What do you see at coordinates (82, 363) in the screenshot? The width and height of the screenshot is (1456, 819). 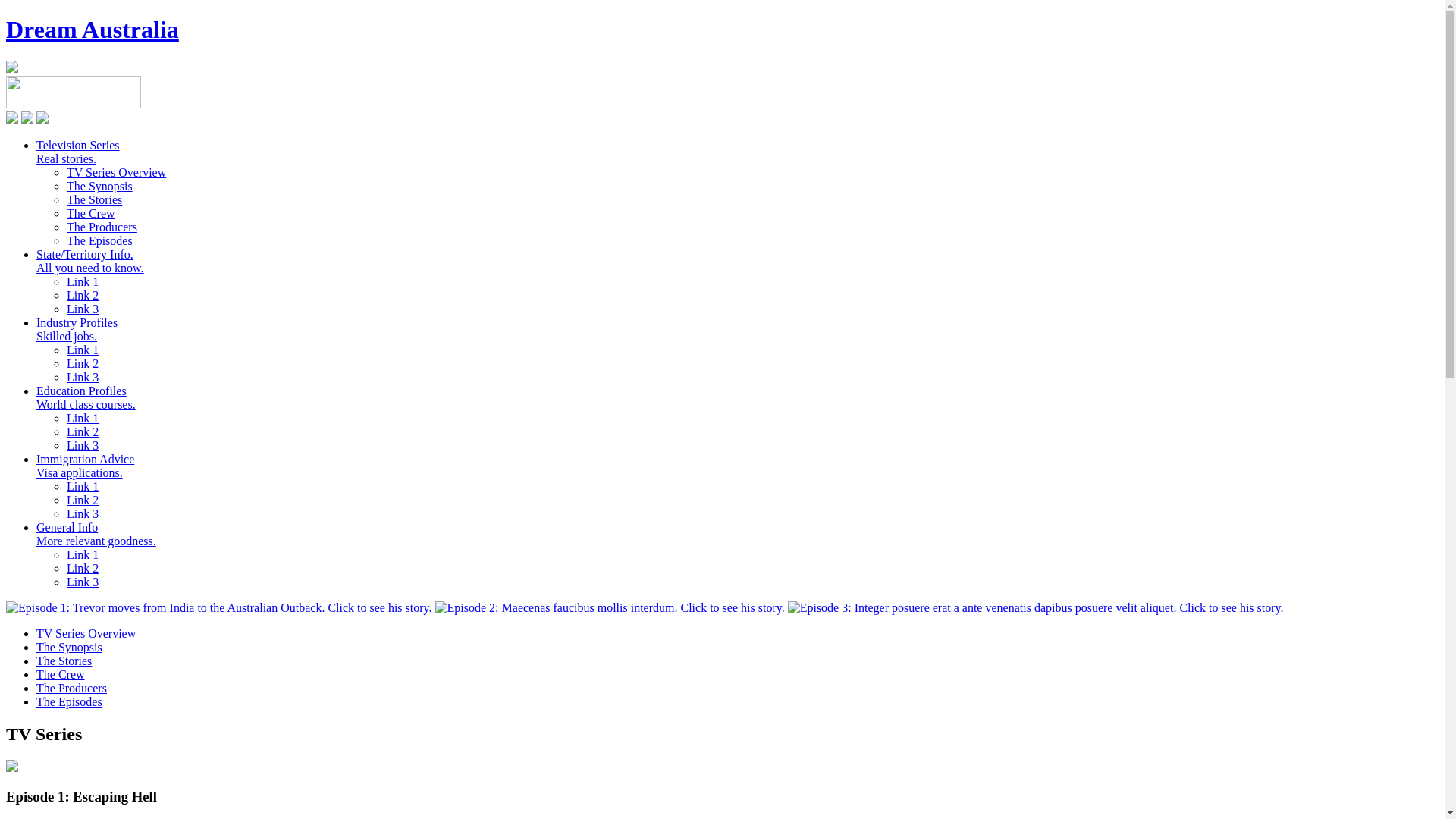 I see `'Link 2'` at bounding box center [82, 363].